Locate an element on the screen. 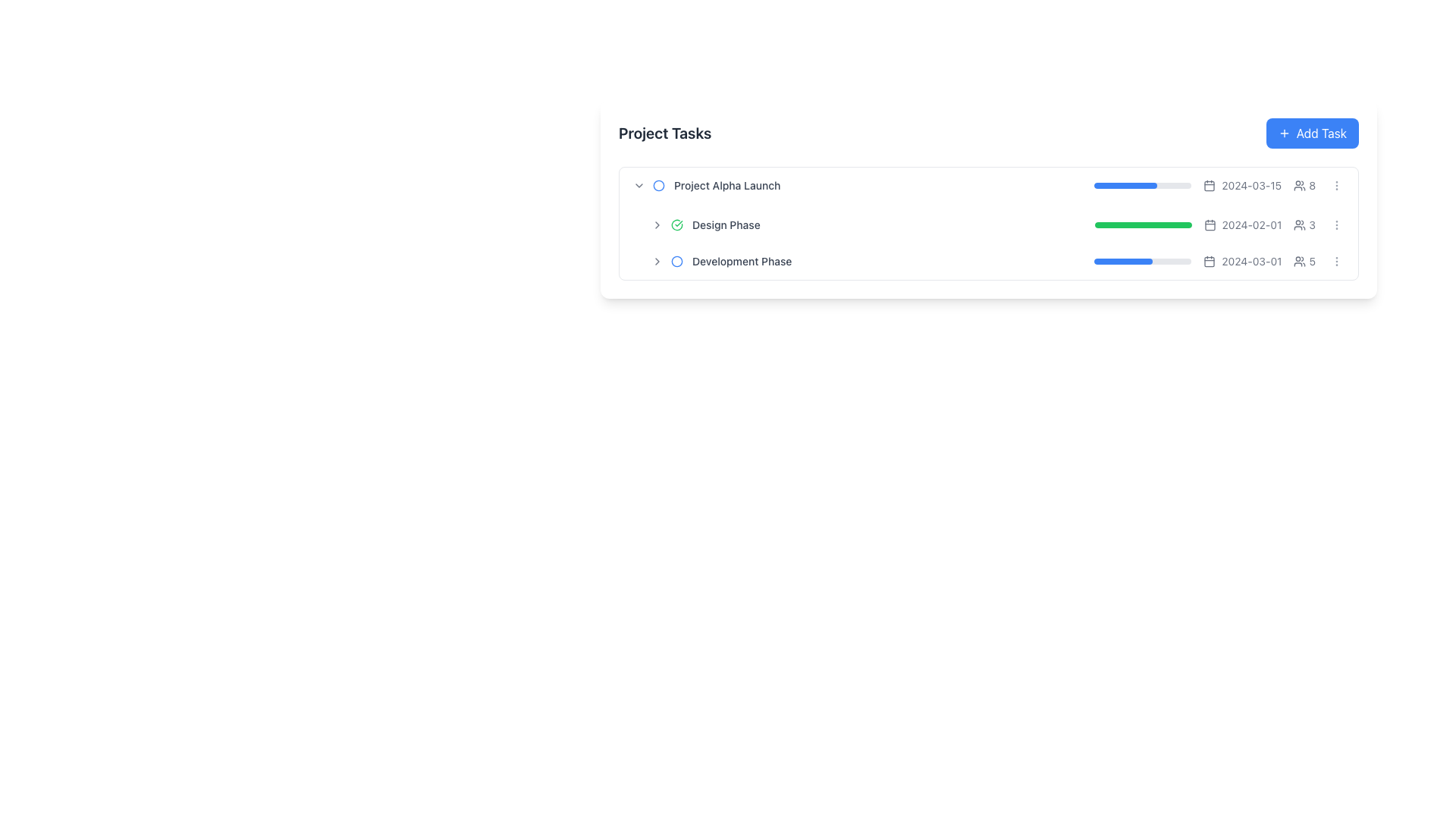 This screenshot has width=1456, height=819. the 'Development Phase' text label, which is styled with a small font size, medium weight, and gray color, located in the project task list is located at coordinates (742, 260).